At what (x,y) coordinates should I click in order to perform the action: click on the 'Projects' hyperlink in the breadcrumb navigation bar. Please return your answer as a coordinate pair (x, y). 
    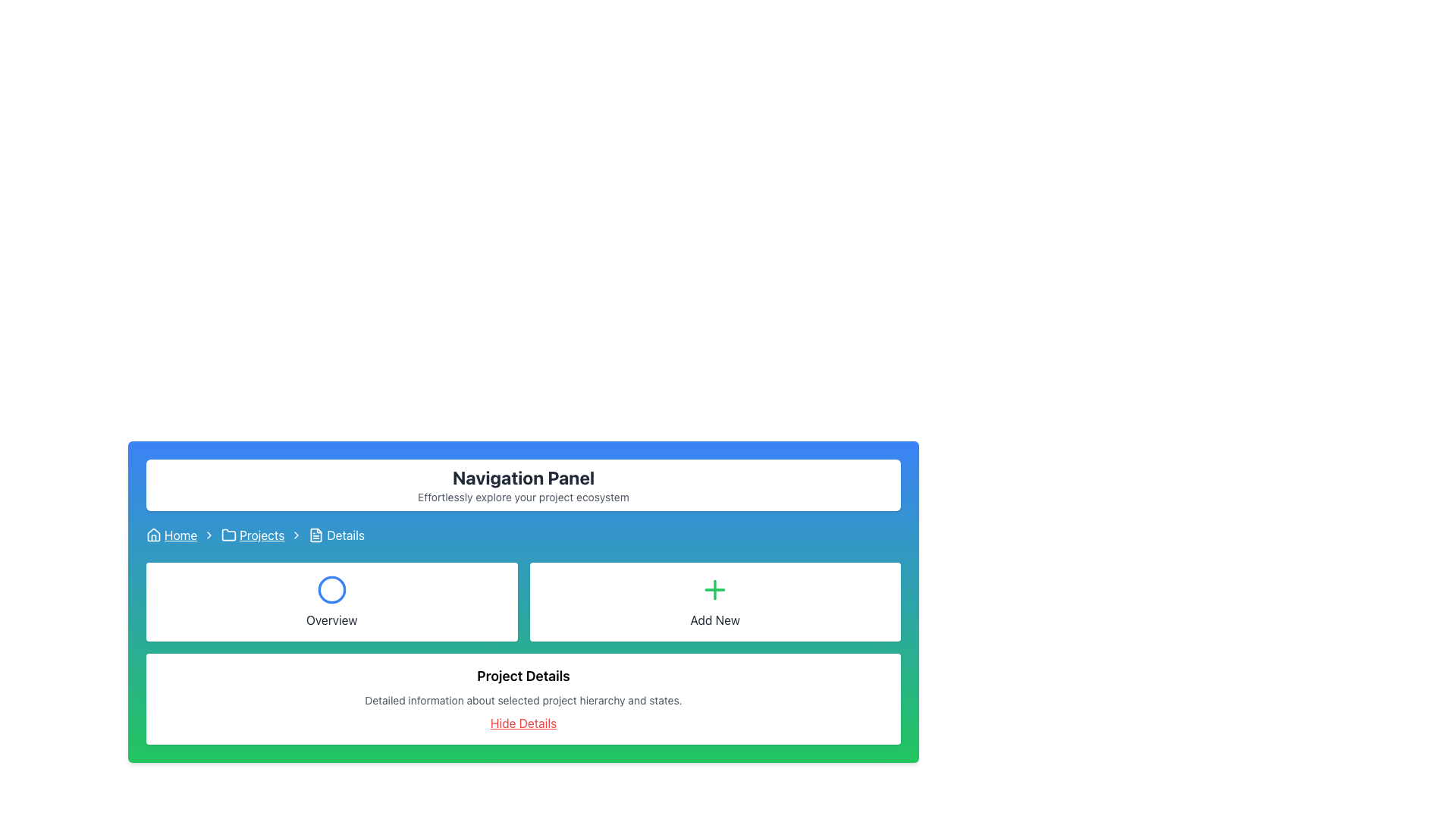
    Looking at the image, I should click on (262, 534).